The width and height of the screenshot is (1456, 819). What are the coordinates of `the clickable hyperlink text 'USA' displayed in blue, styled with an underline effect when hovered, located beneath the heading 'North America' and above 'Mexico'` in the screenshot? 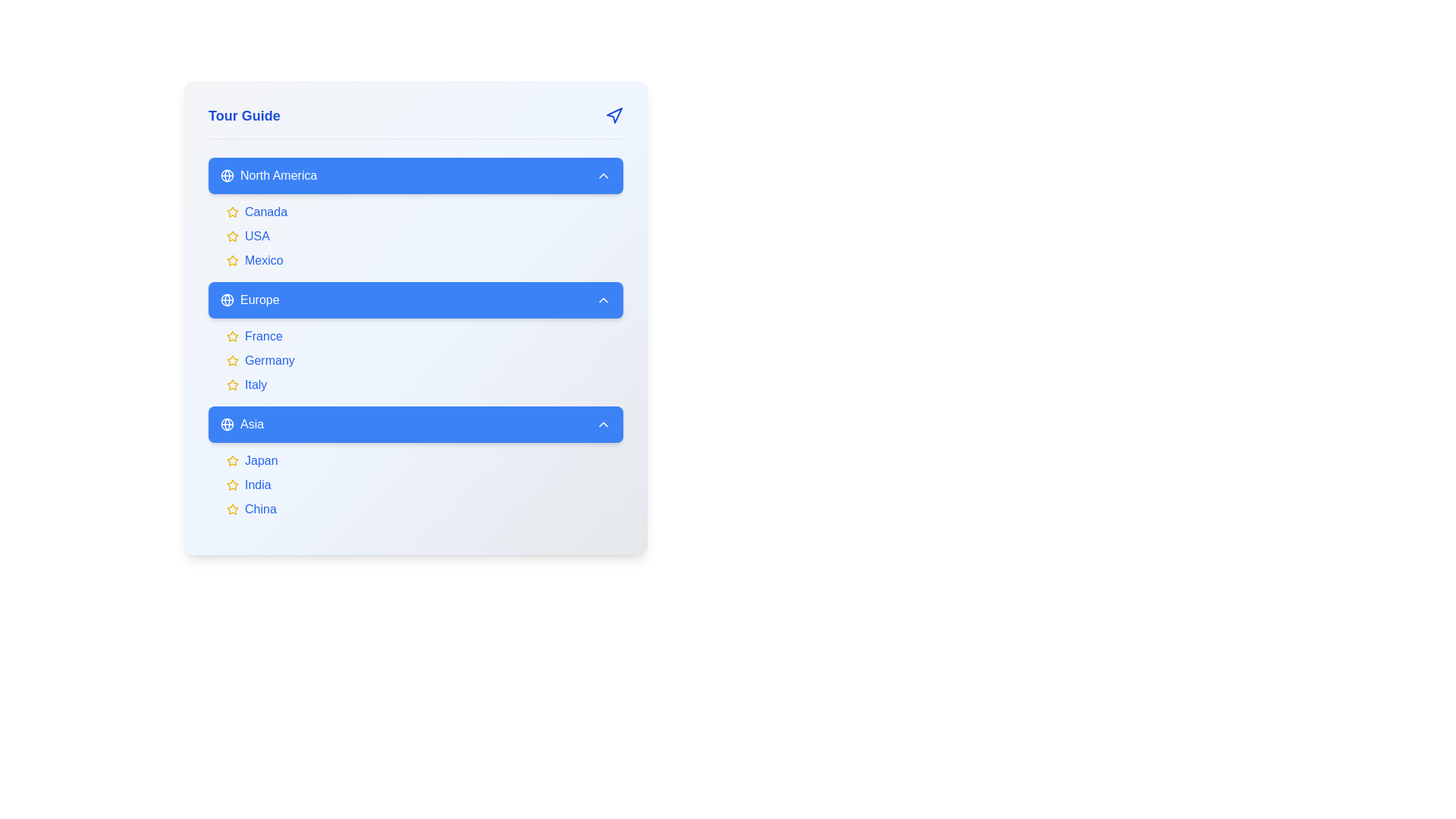 It's located at (257, 237).